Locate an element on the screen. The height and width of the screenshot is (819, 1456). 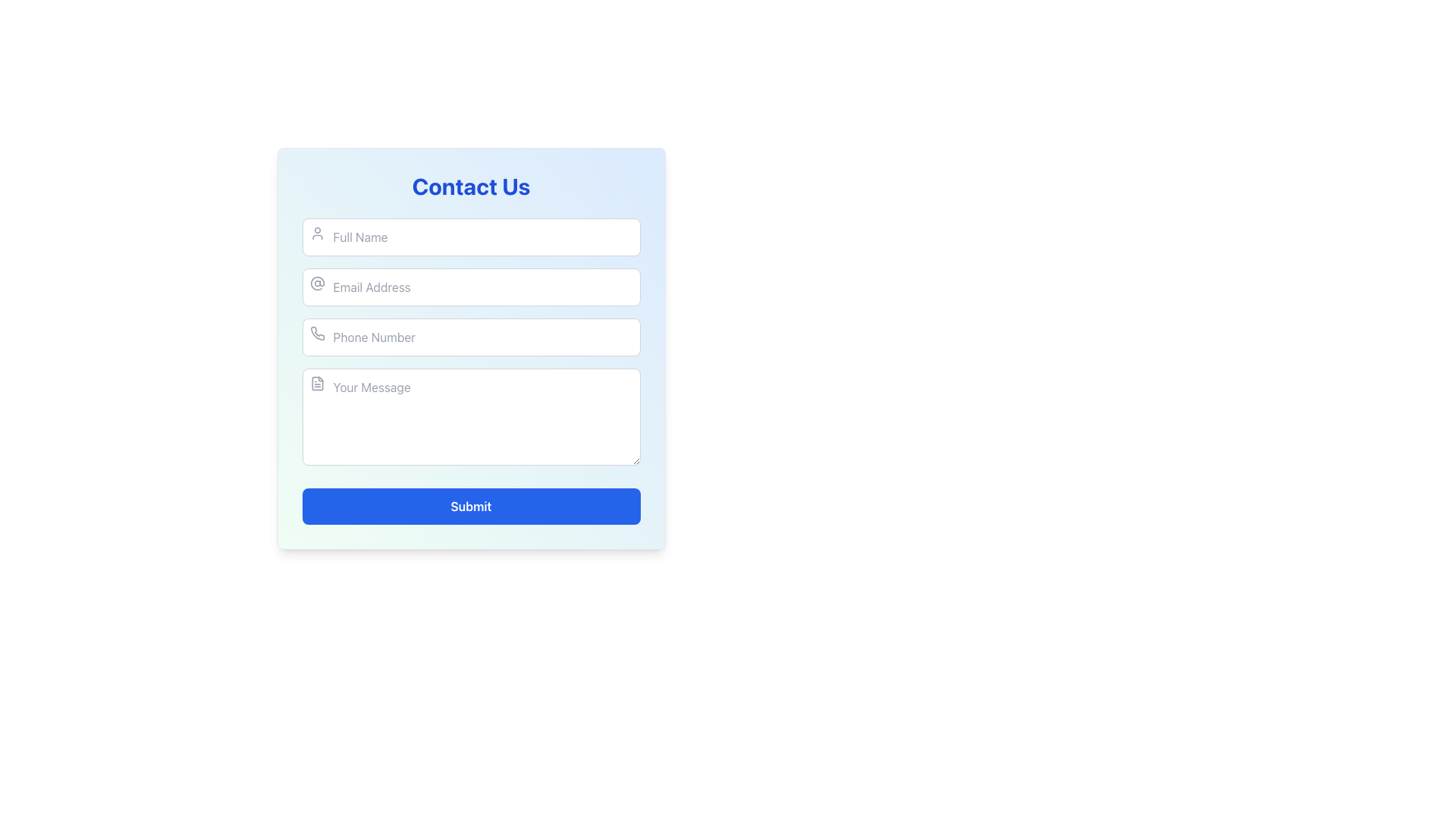
the decorative SVG icon indicative of file attachment functionality, located at the top-left corner of the 'Your Message' input box is located at coordinates (316, 382).